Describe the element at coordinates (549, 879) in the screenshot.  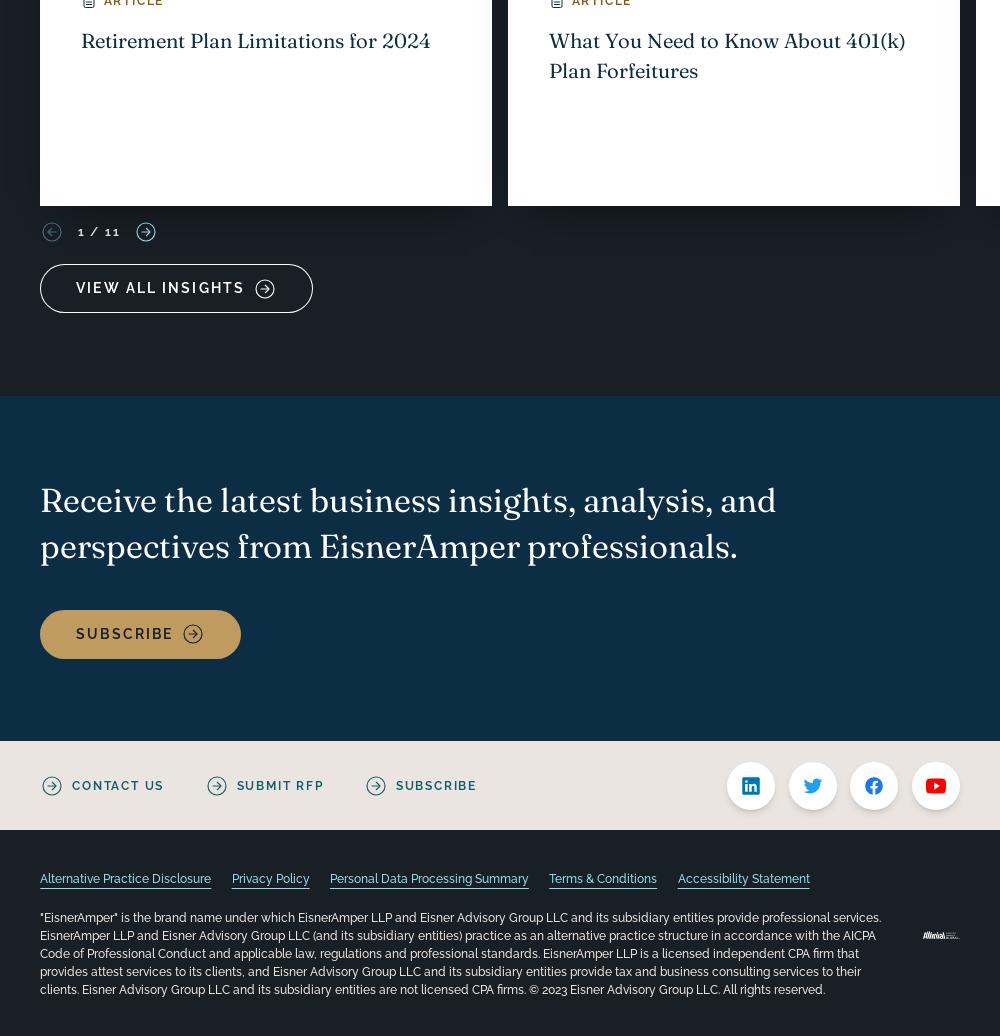
I see `'Terms & Conditions'` at that location.